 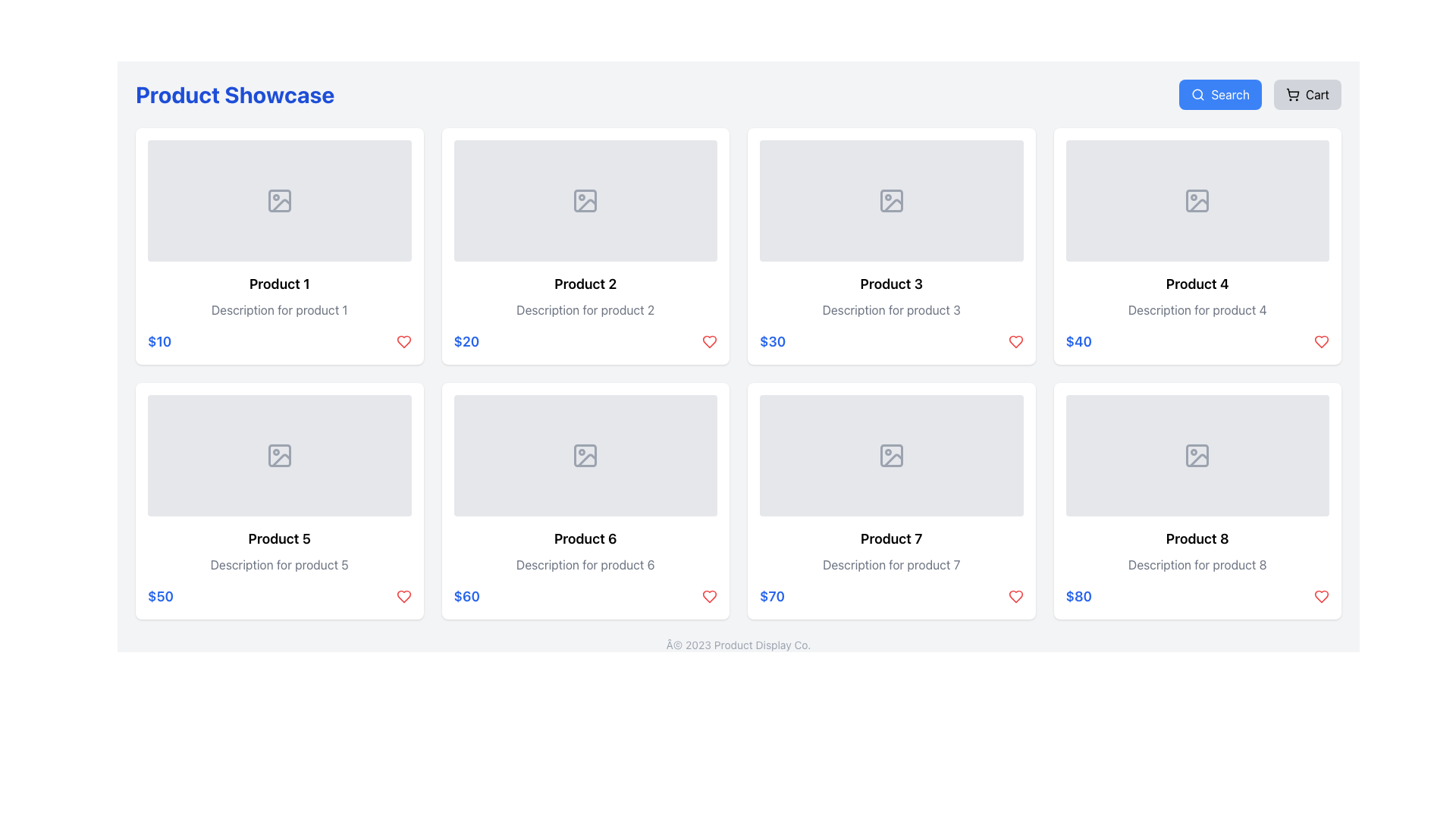 I want to click on text label displaying 'Description for product 4' located in the product card for 'Product 4', situated below the title and above the price, so click(x=1197, y=309).